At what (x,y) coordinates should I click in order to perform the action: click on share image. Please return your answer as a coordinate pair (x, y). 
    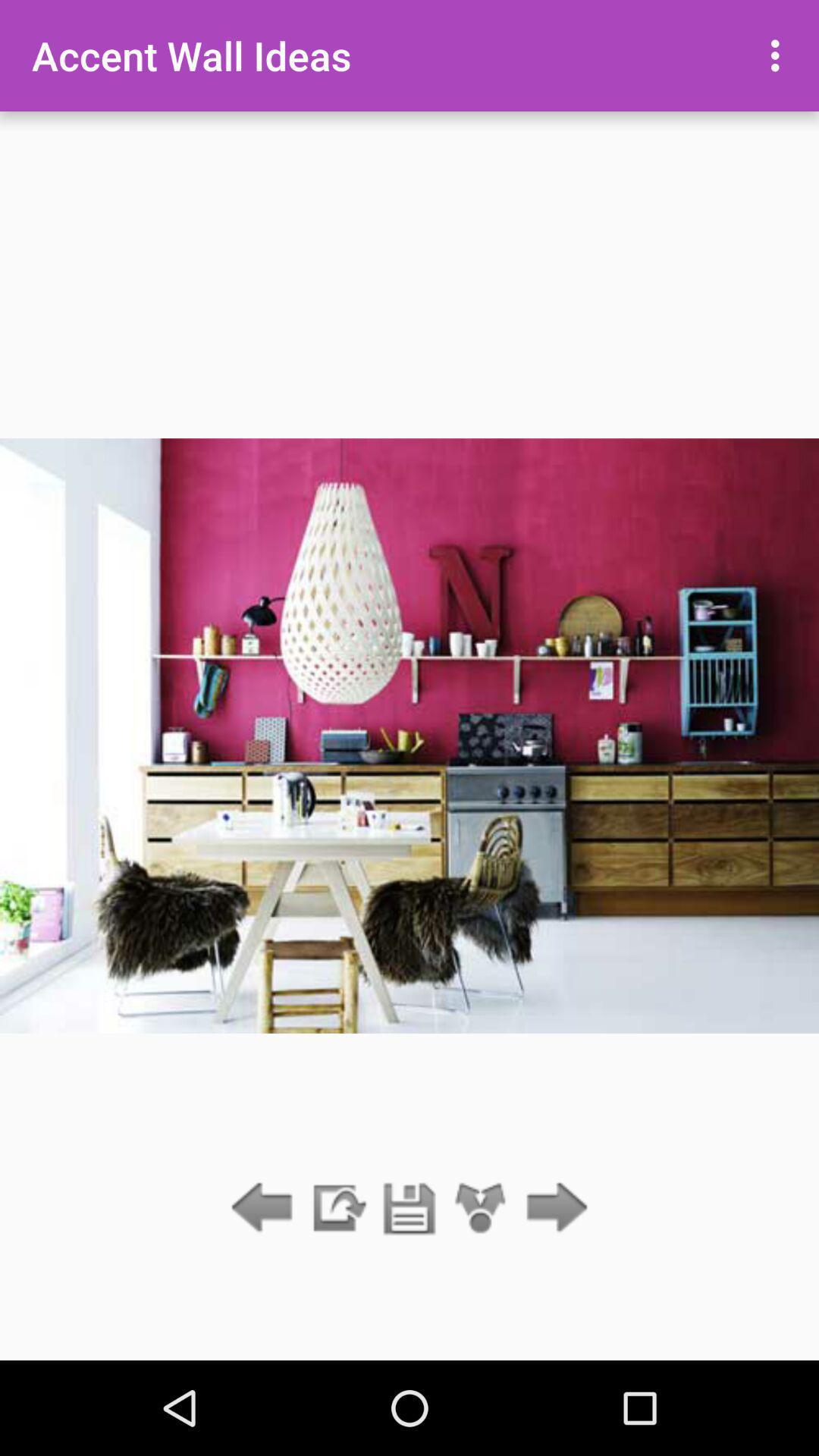
    Looking at the image, I should click on (481, 1208).